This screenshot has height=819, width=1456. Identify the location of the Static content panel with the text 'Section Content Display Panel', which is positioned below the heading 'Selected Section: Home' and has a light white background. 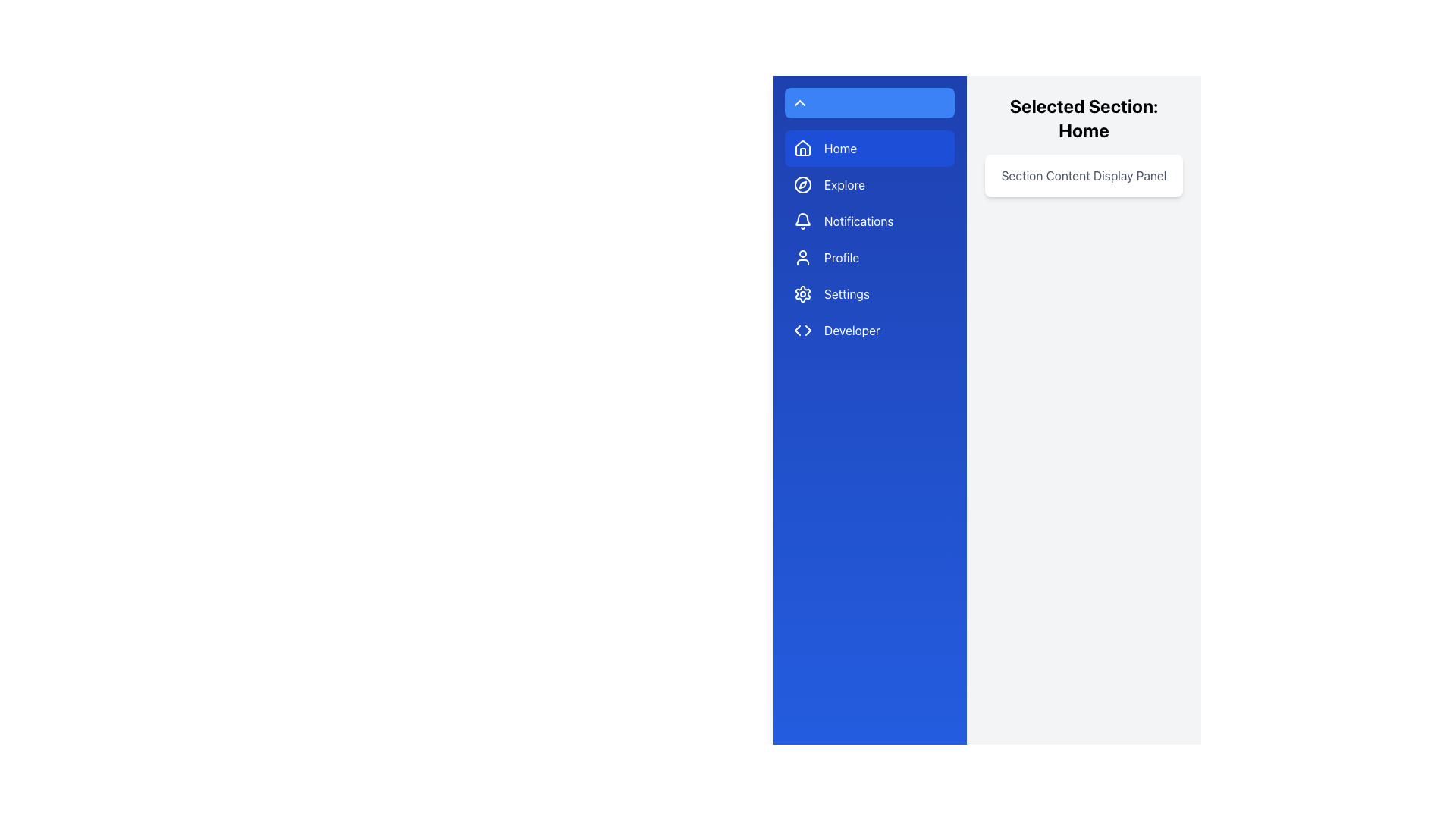
(1083, 174).